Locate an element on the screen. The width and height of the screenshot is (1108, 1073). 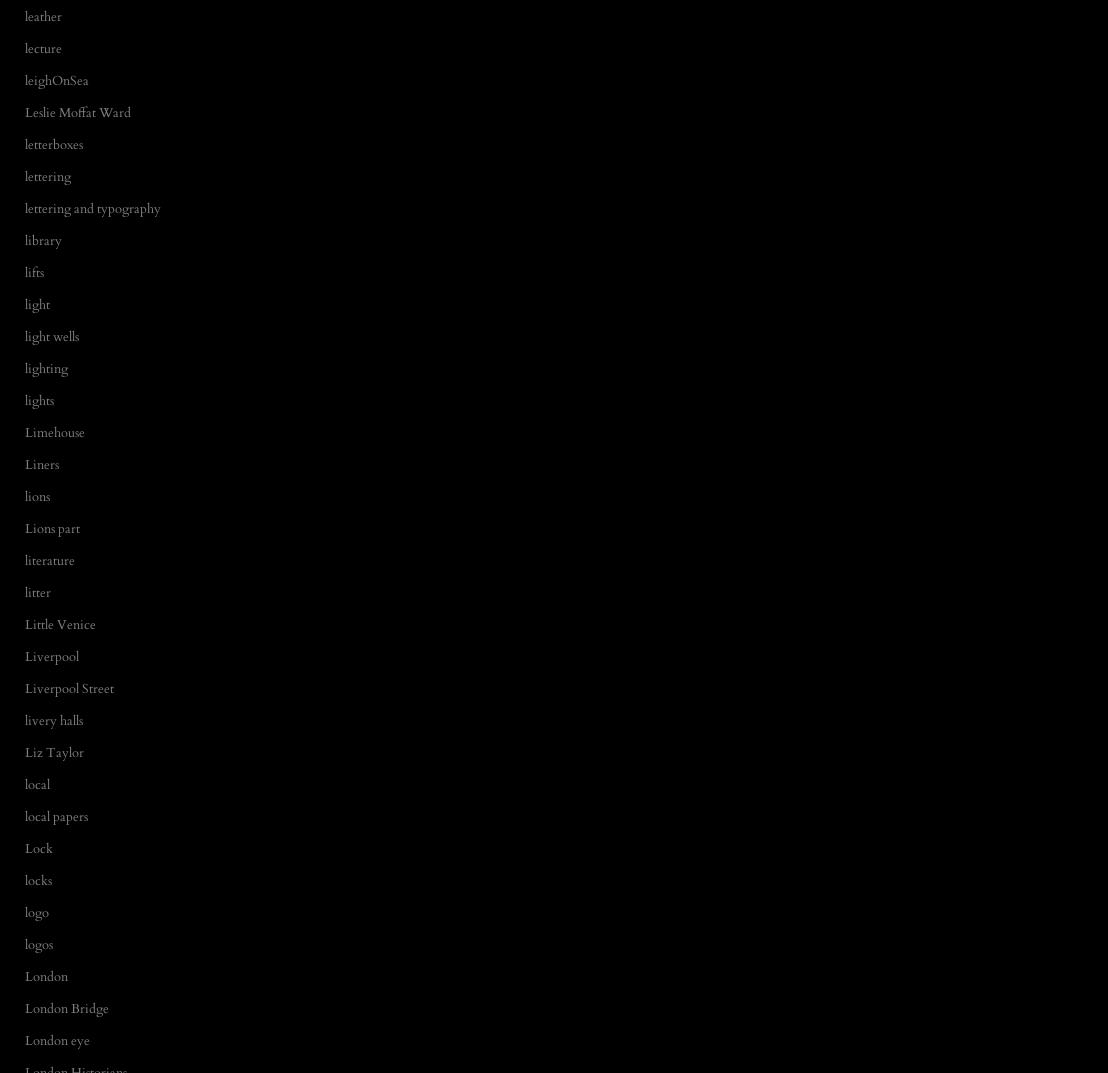
'London' is located at coordinates (46, 975).